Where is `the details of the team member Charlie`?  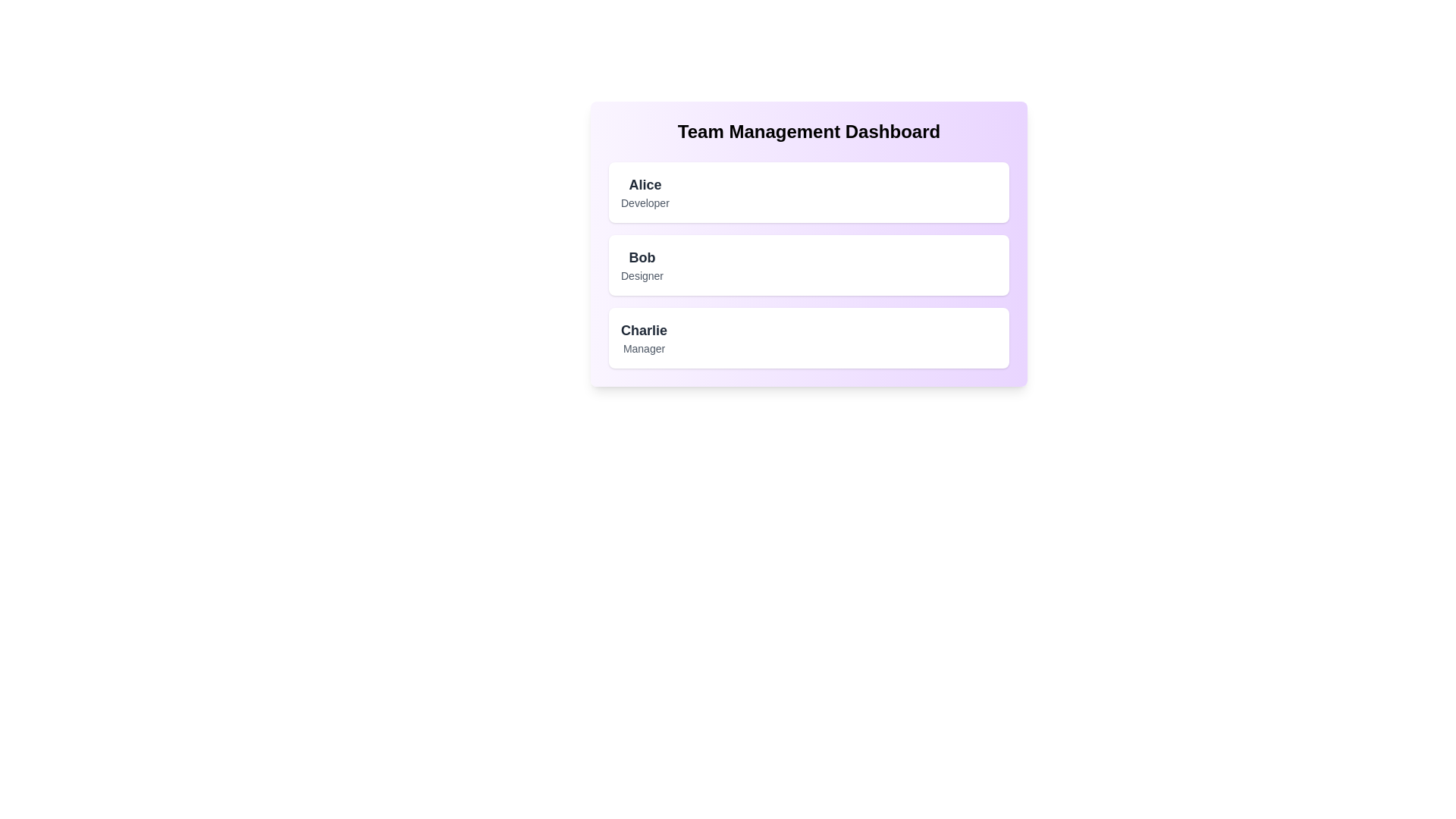
the details of the team member Charlie is located at coordinates (808, 337).